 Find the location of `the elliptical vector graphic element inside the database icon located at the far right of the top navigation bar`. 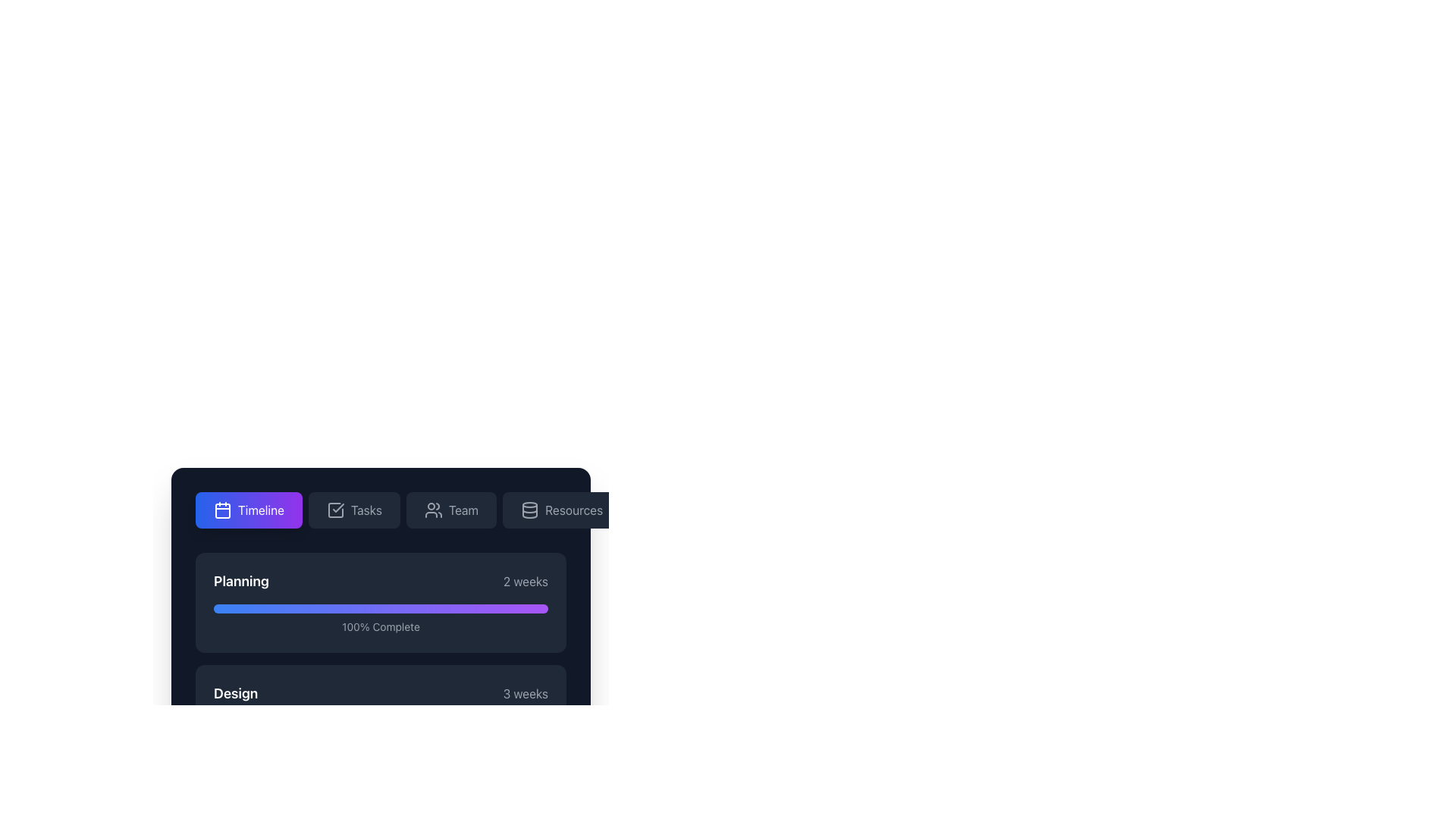

the elliptical vector graphic element inside the database icon located at the far right of the top navigation bar is located at coordinates (530, 505).